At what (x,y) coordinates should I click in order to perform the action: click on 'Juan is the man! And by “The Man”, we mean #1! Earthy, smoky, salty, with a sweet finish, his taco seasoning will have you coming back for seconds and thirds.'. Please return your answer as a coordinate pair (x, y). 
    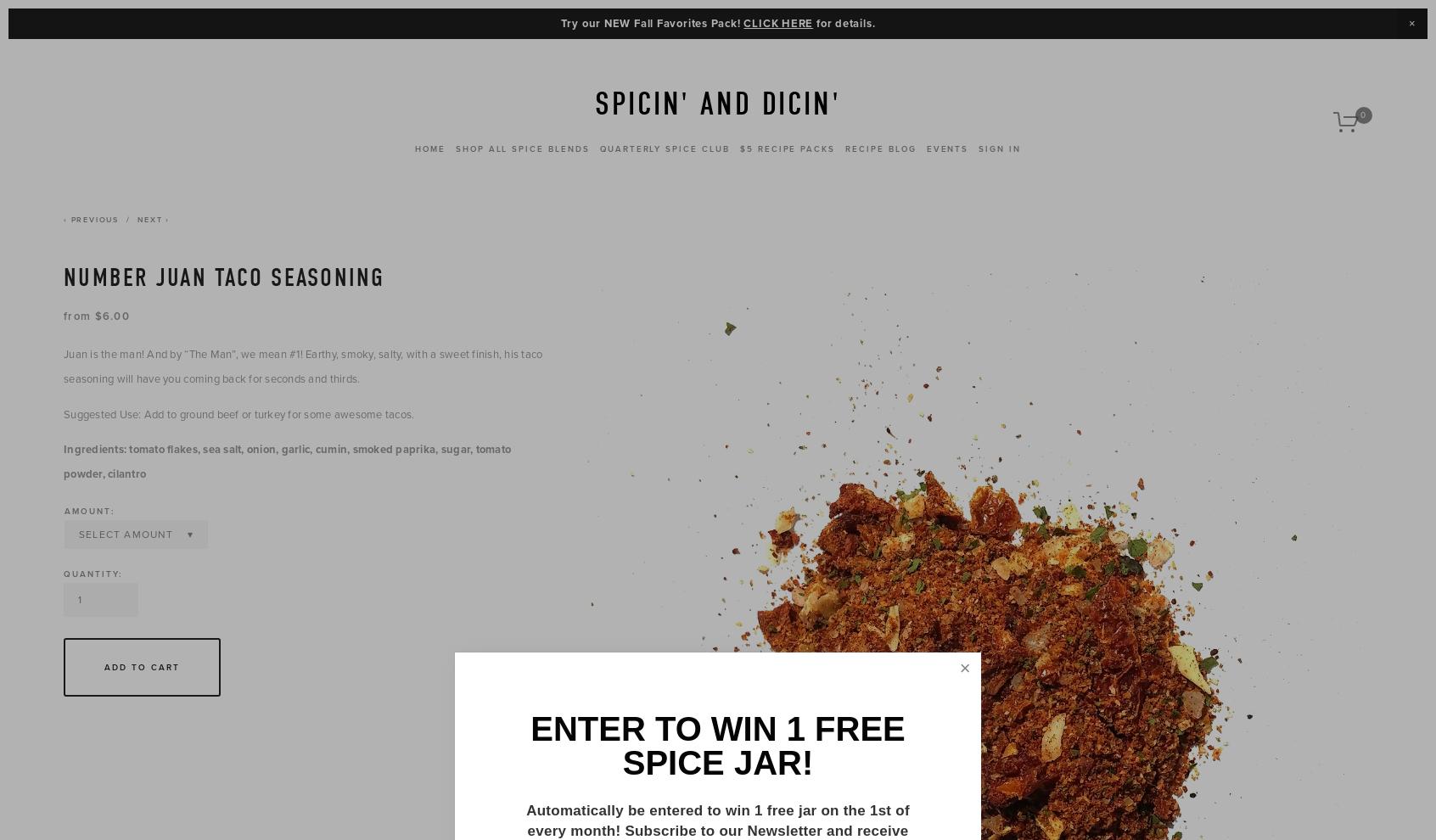
    Looking at the image, I should click on (303, 365).